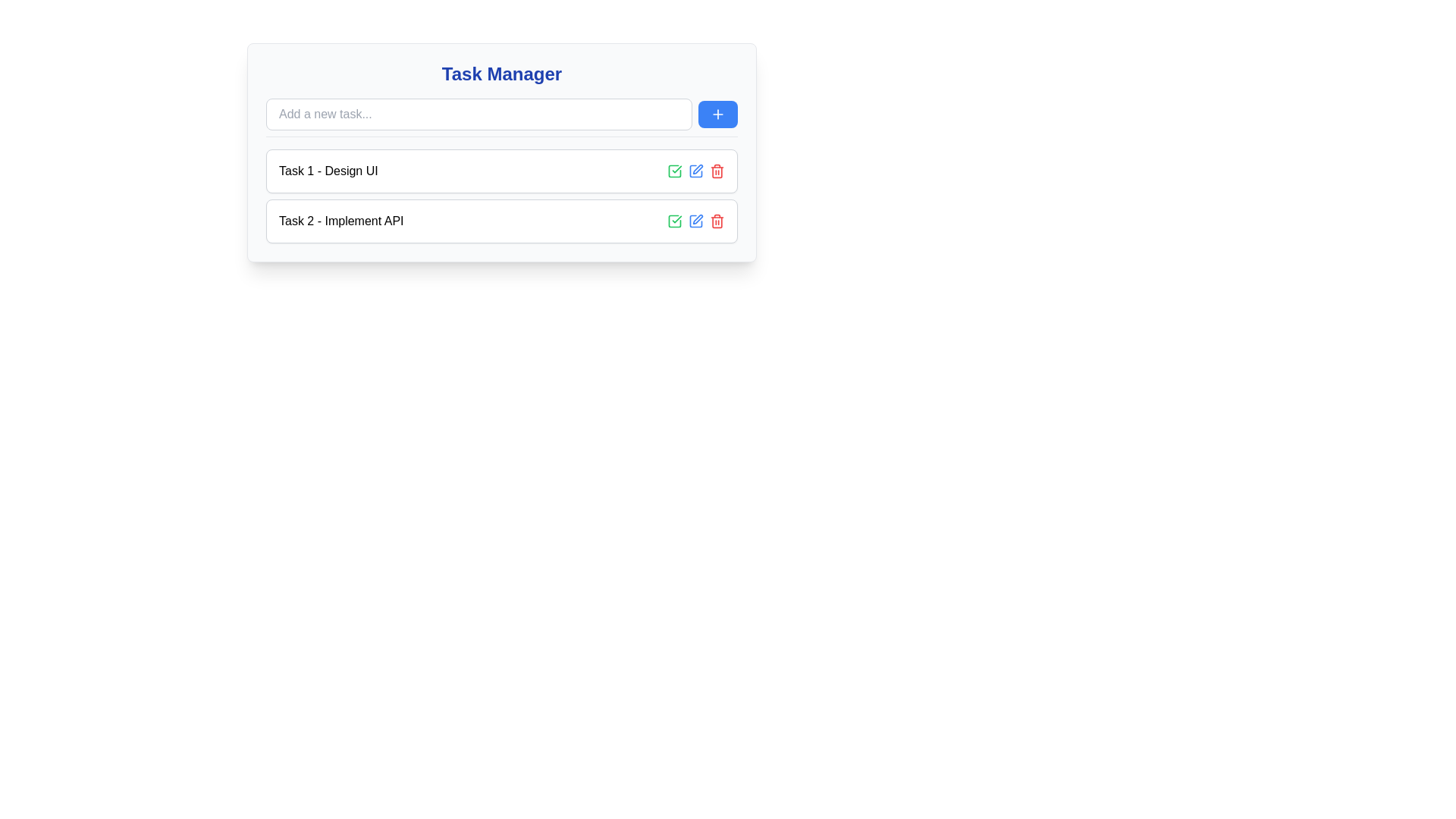 This screenshot has height=819, width=1456. Describe the element at coordinates (717, 113) in the screenshot. I see `the SVG icon representing a plus sign embedded within the blue button` at that location.